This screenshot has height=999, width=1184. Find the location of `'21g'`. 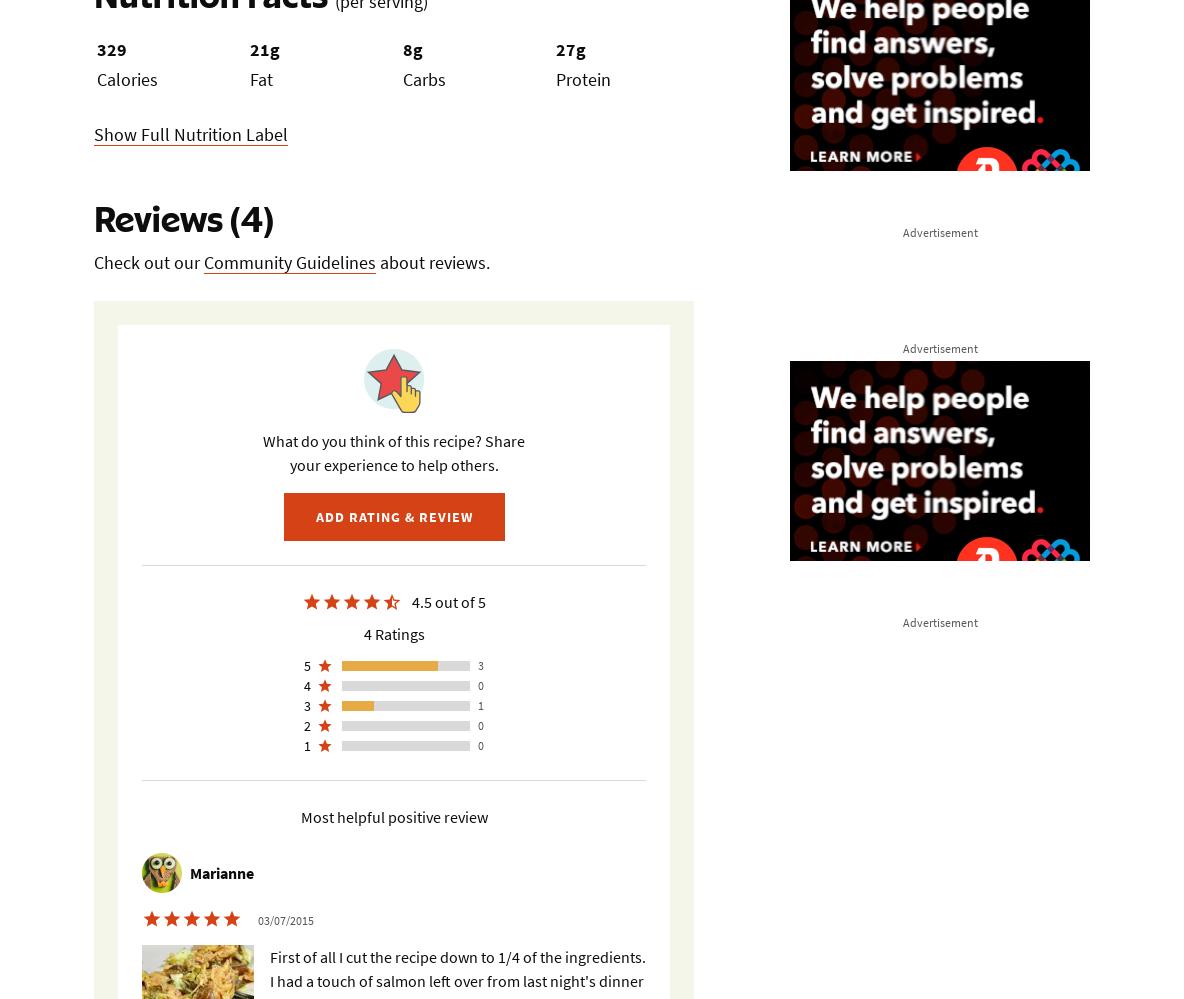

'21g' is located at coordinates (264, 49).